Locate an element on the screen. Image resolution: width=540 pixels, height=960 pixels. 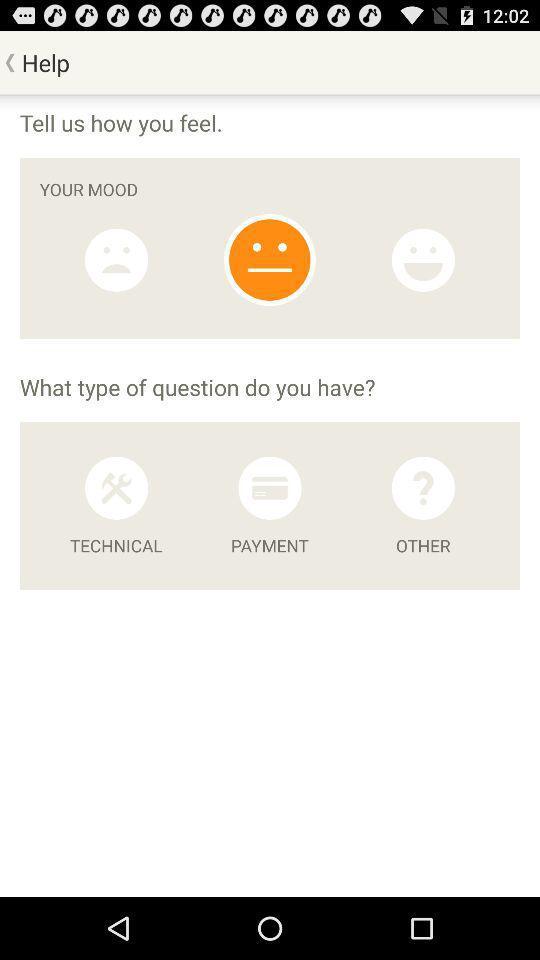
mood option is located at coordinates (269, 259).